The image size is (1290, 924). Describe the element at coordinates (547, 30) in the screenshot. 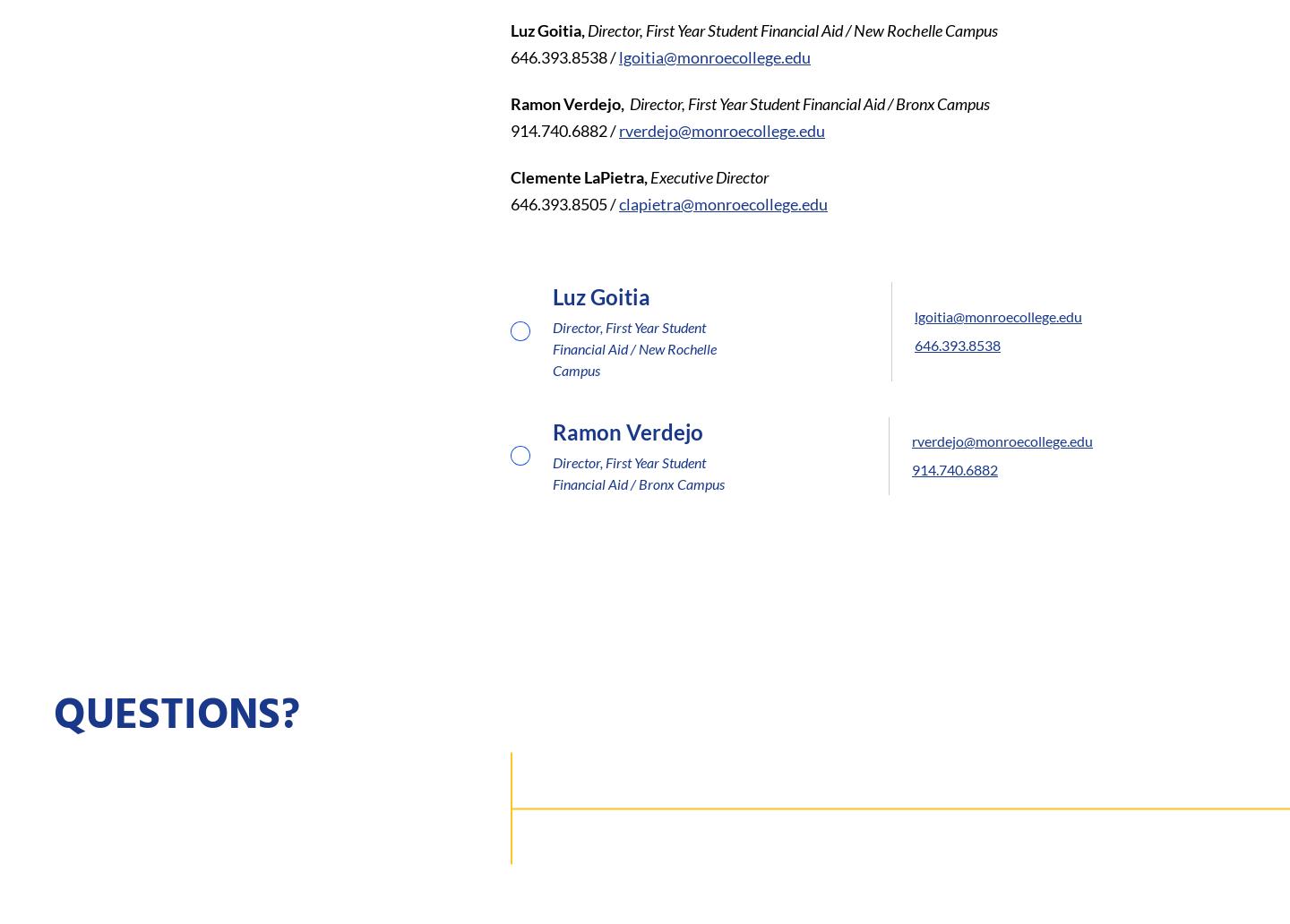

I see `'Luz Goitia,'` at that location.